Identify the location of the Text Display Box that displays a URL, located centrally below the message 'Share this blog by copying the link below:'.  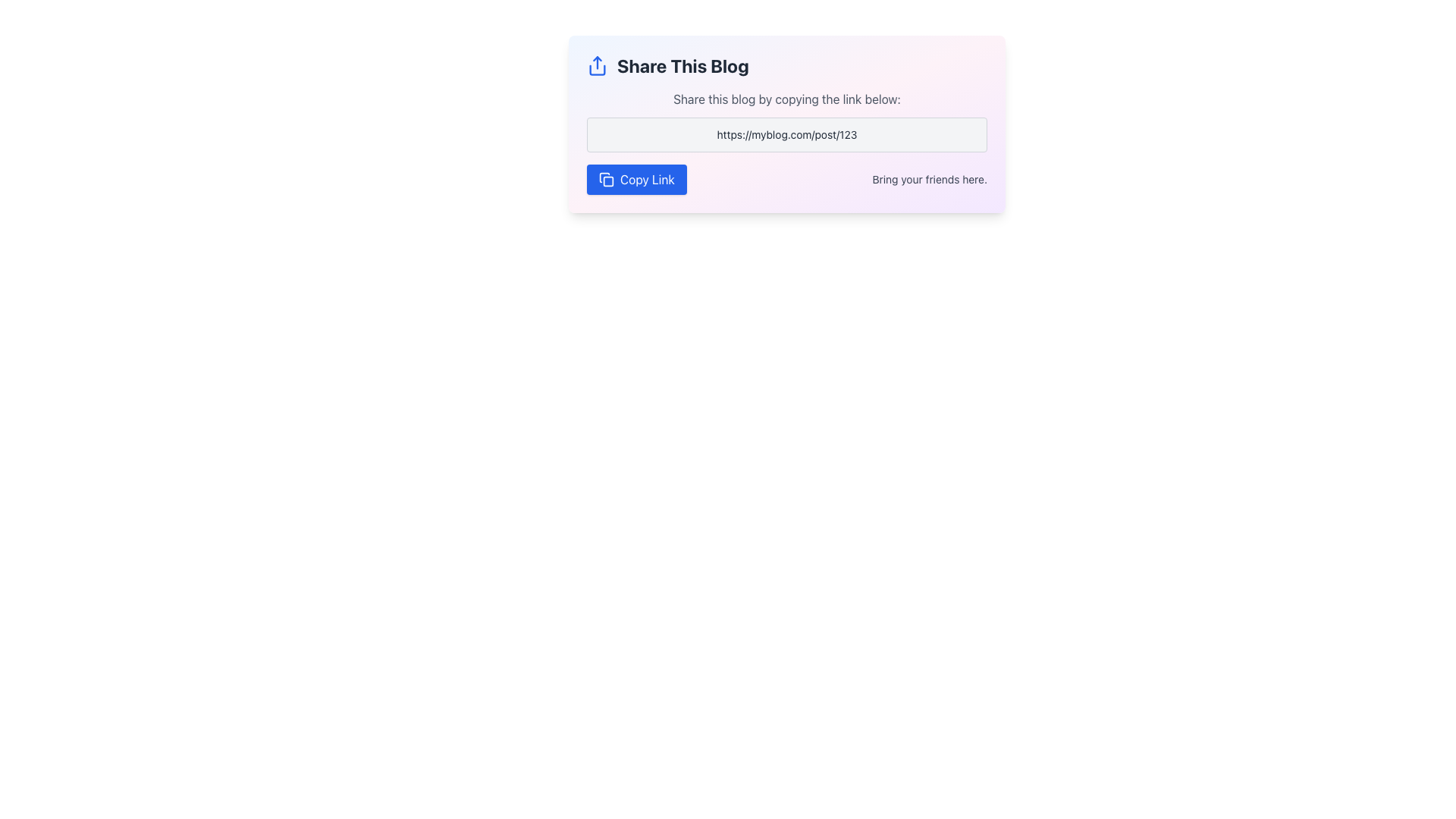
(786, 133).